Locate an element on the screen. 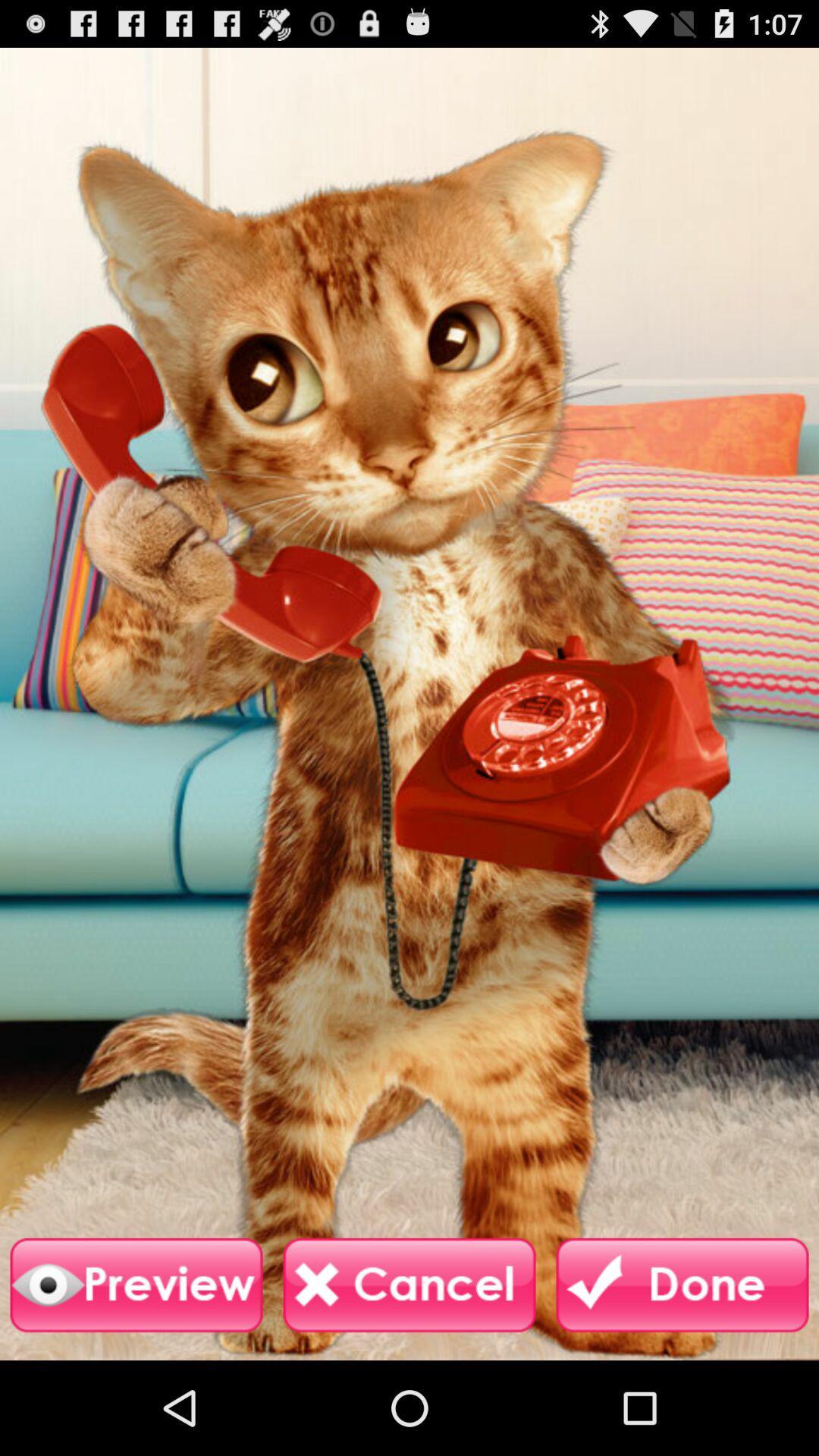  cancel request is located at coordinates (409, 1285).